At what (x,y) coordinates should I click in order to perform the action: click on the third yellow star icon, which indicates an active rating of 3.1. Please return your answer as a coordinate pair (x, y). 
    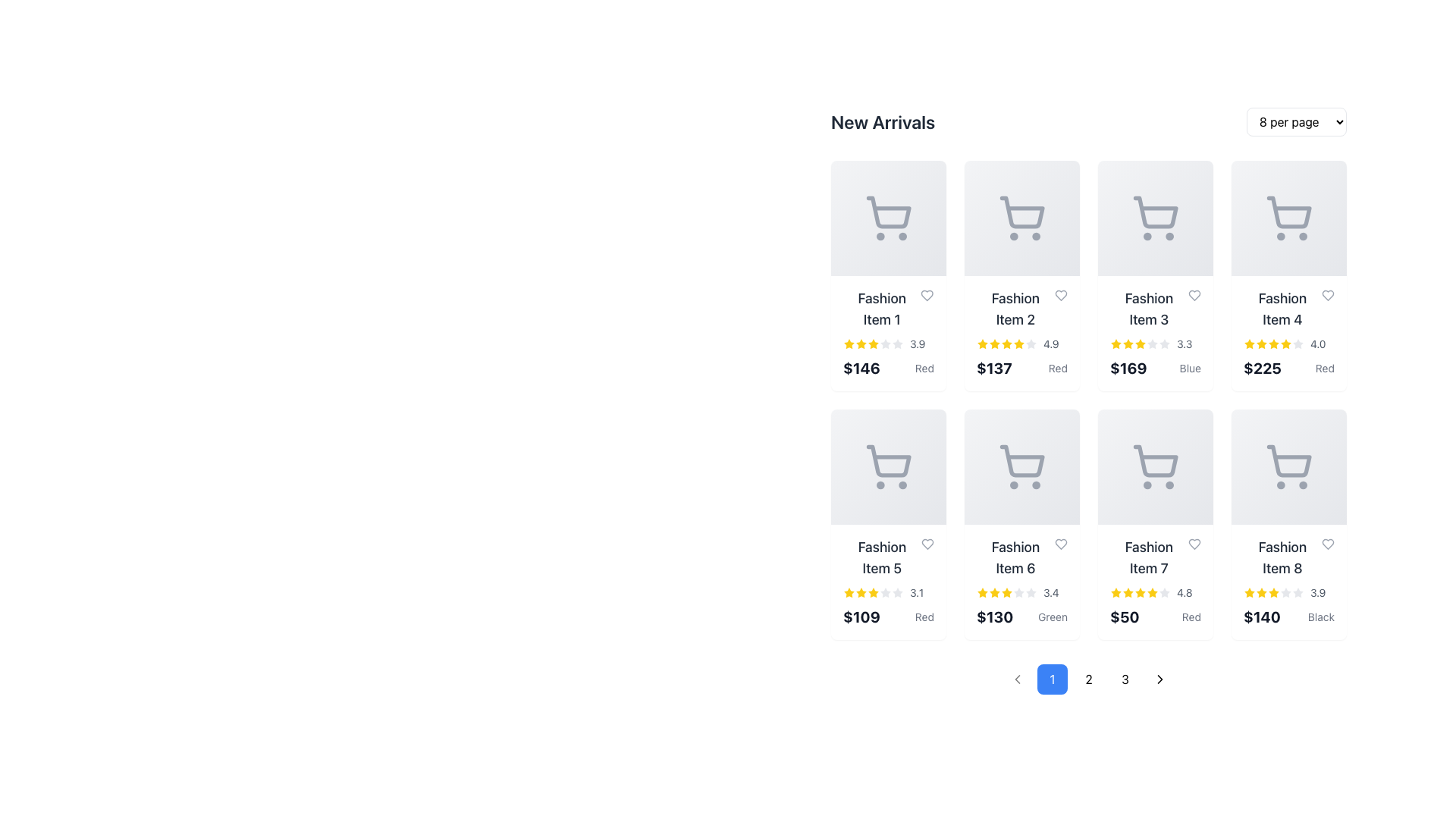
    Looking at the image, I should click on (861, 592).